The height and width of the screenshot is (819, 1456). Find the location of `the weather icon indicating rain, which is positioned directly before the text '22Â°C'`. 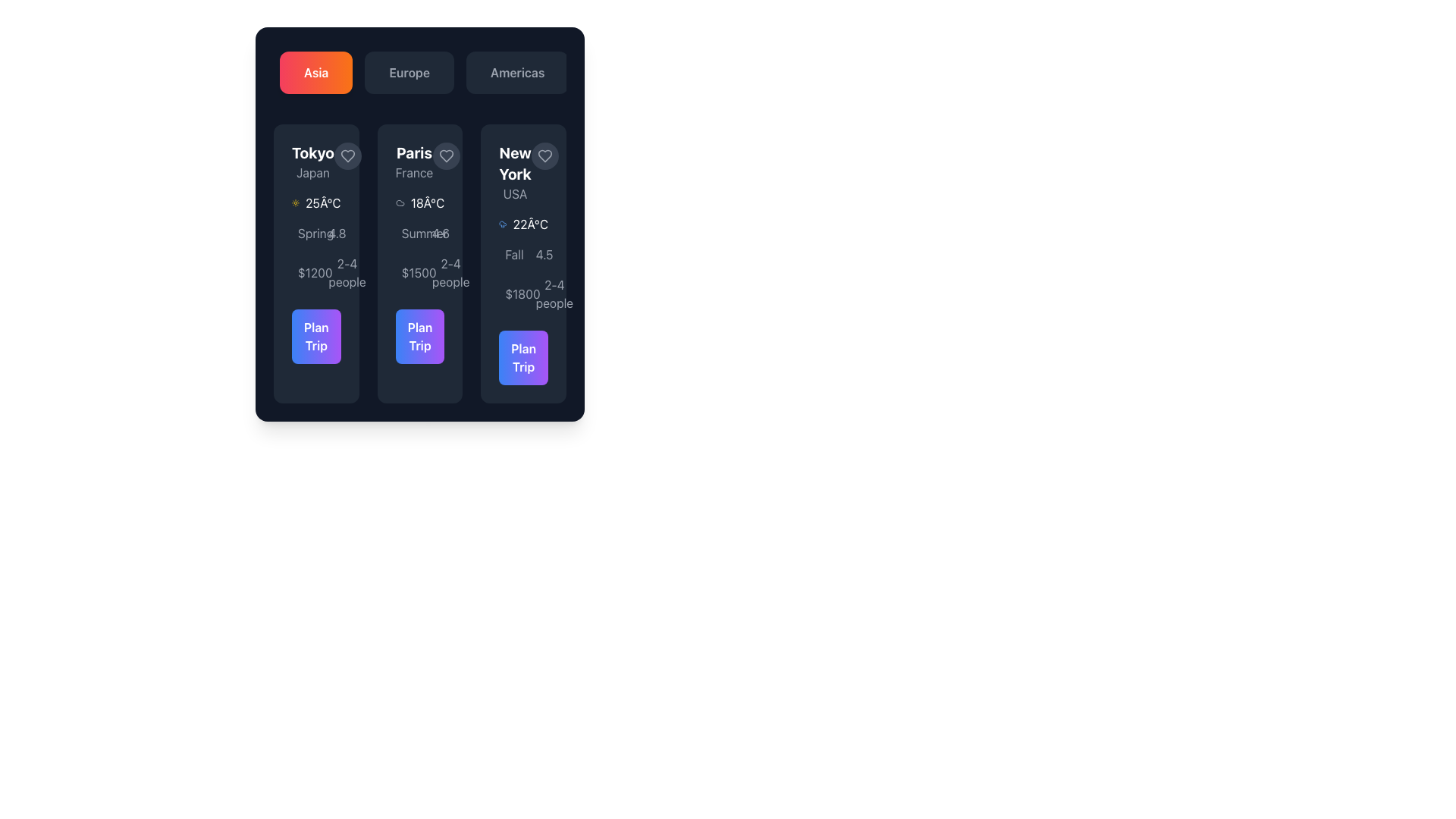

the weather icon indicating rain, which is positioned directly before the text '22Â°C' is located at coordinates (503, 224).